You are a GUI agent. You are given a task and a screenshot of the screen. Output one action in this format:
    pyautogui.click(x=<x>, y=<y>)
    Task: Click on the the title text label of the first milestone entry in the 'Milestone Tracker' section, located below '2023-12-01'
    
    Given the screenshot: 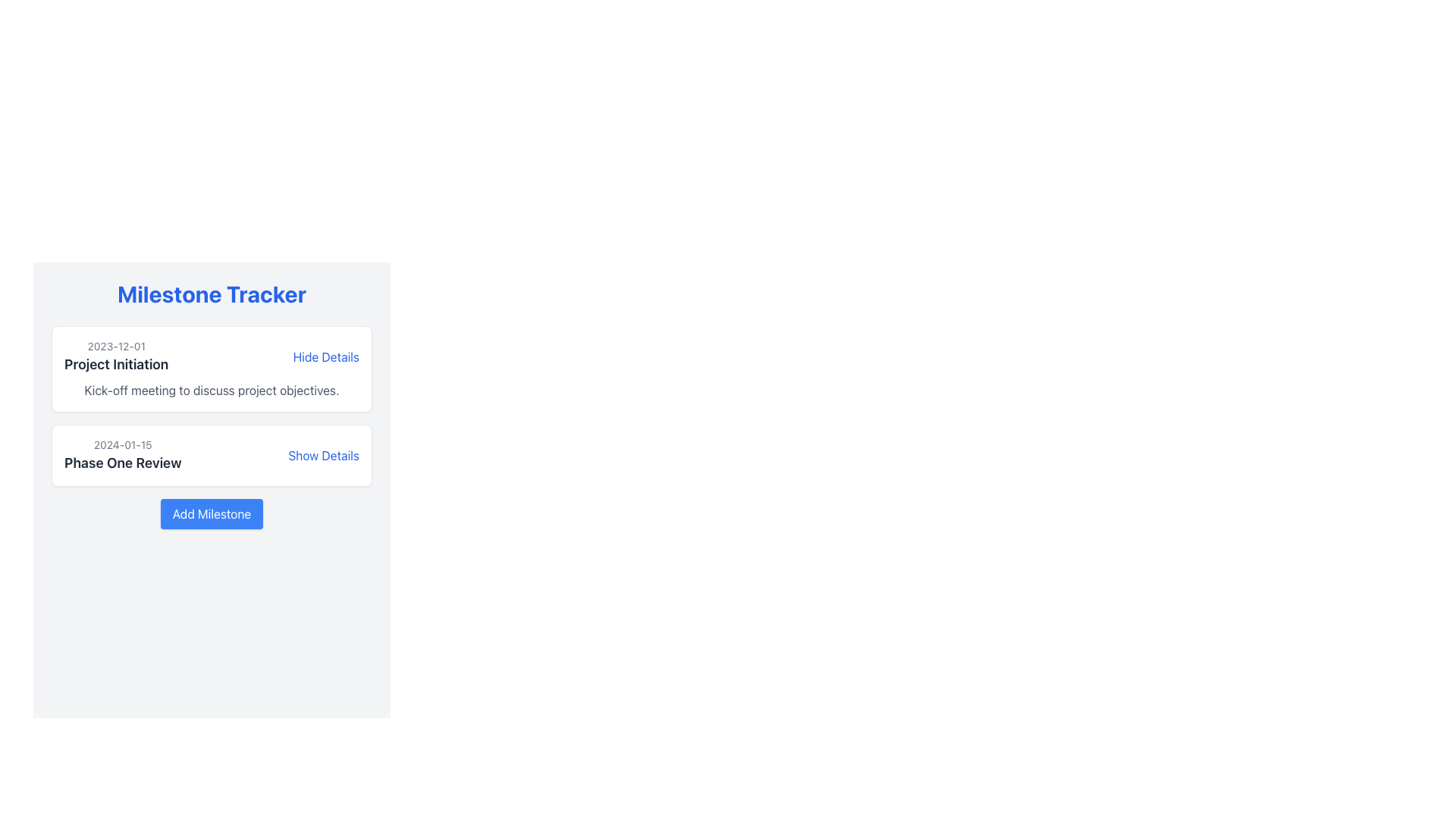 What is the action you would take?
    pyautogui.click(x=115, y=365)
    